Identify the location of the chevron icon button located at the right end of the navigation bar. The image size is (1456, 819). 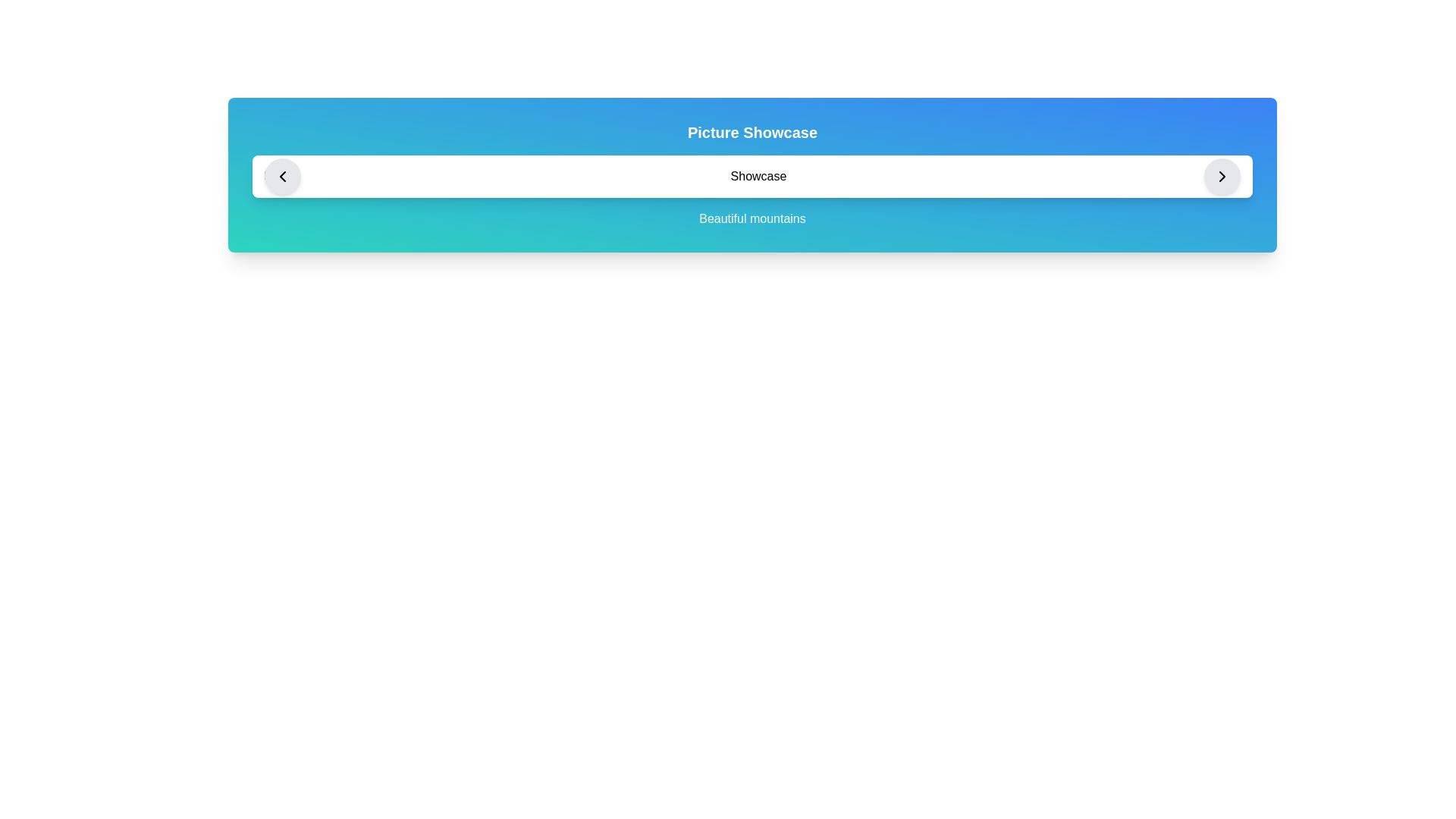
(1222, 175).